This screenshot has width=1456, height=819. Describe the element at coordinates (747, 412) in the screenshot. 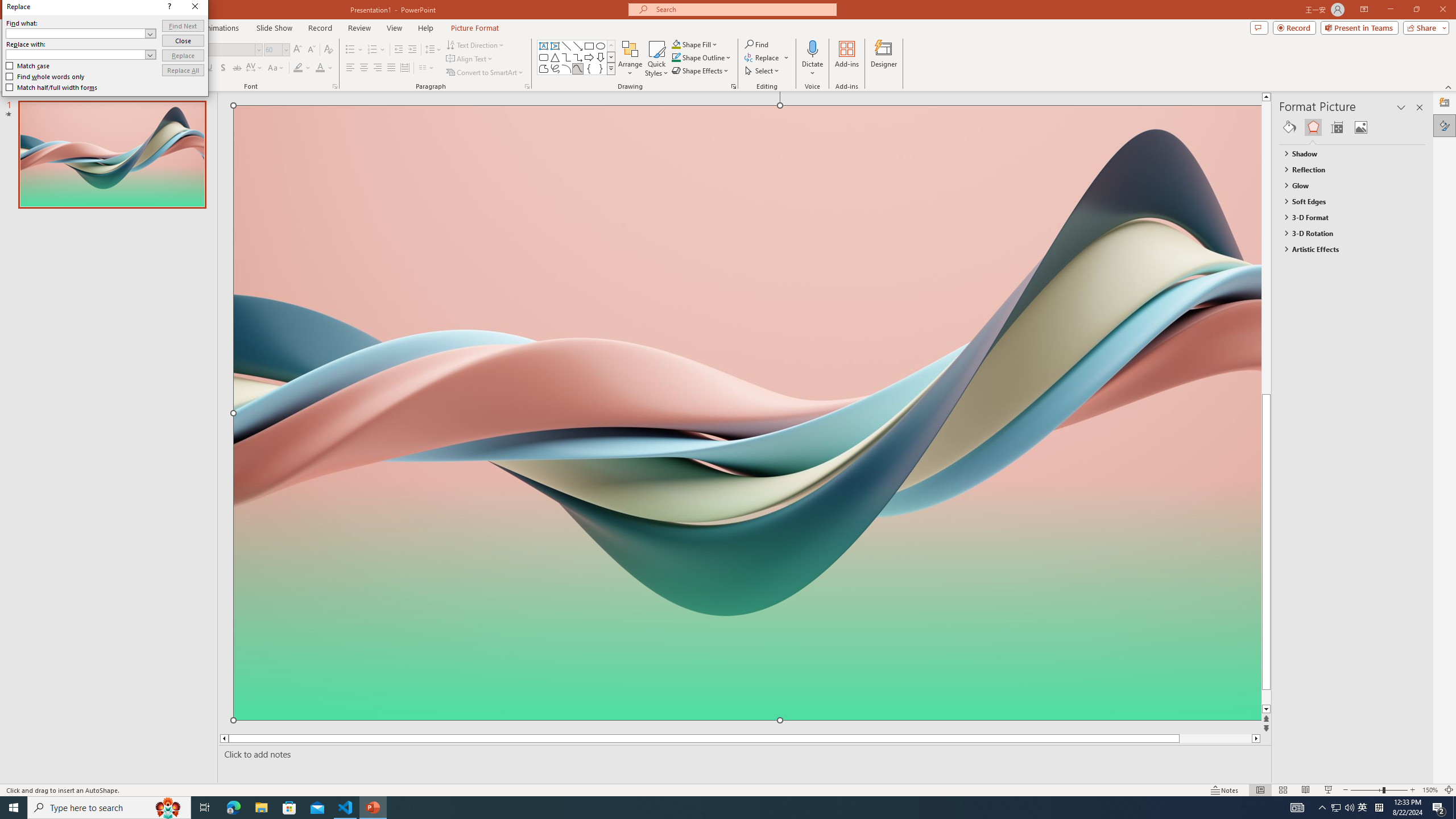

I see `'Wavy 3D art'` at that location.